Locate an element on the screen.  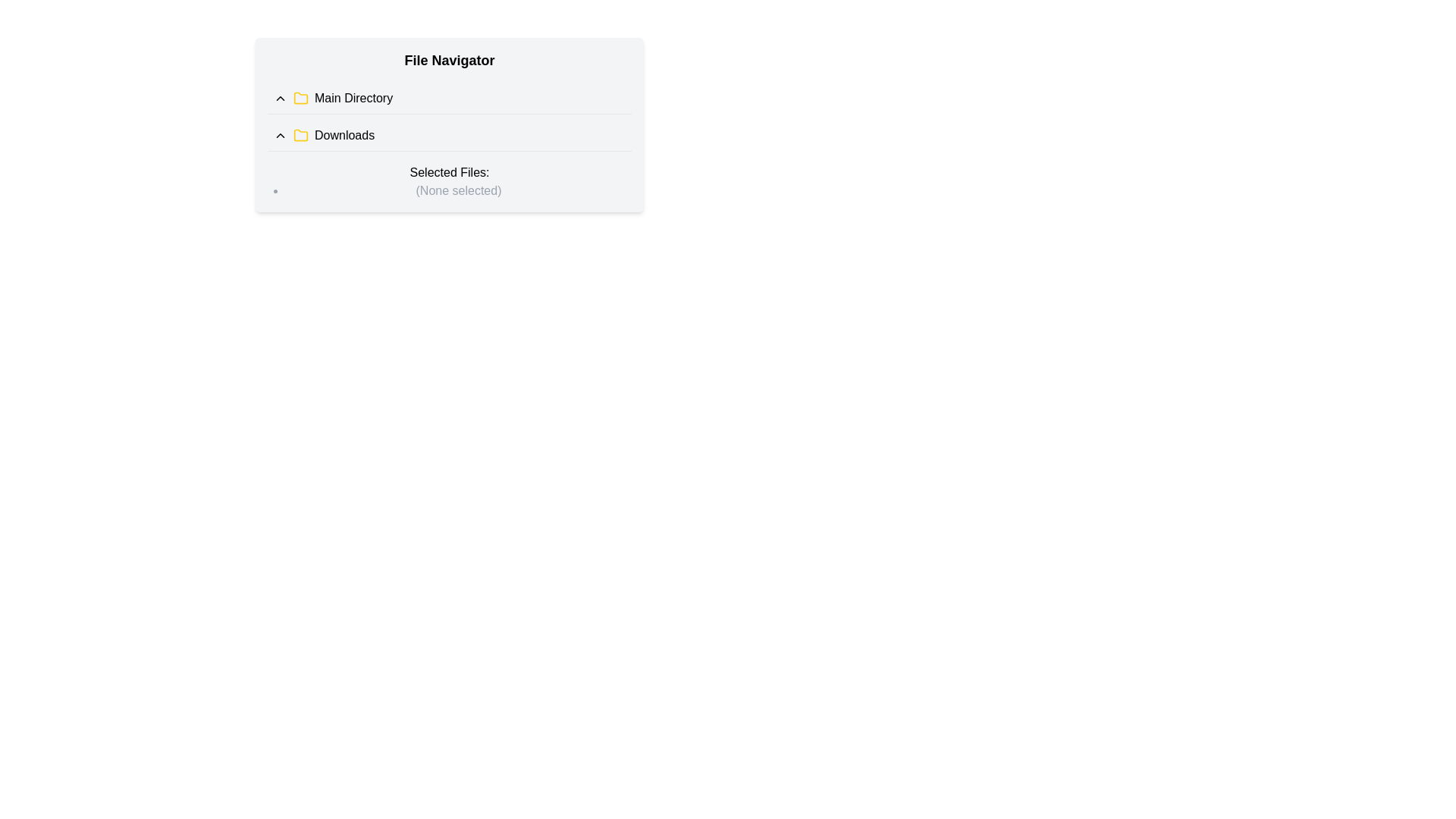
the bold header labeled 'File Navigator' which is positioned at the top of the interface section with a light gray background is located at coordinates (449, 60).